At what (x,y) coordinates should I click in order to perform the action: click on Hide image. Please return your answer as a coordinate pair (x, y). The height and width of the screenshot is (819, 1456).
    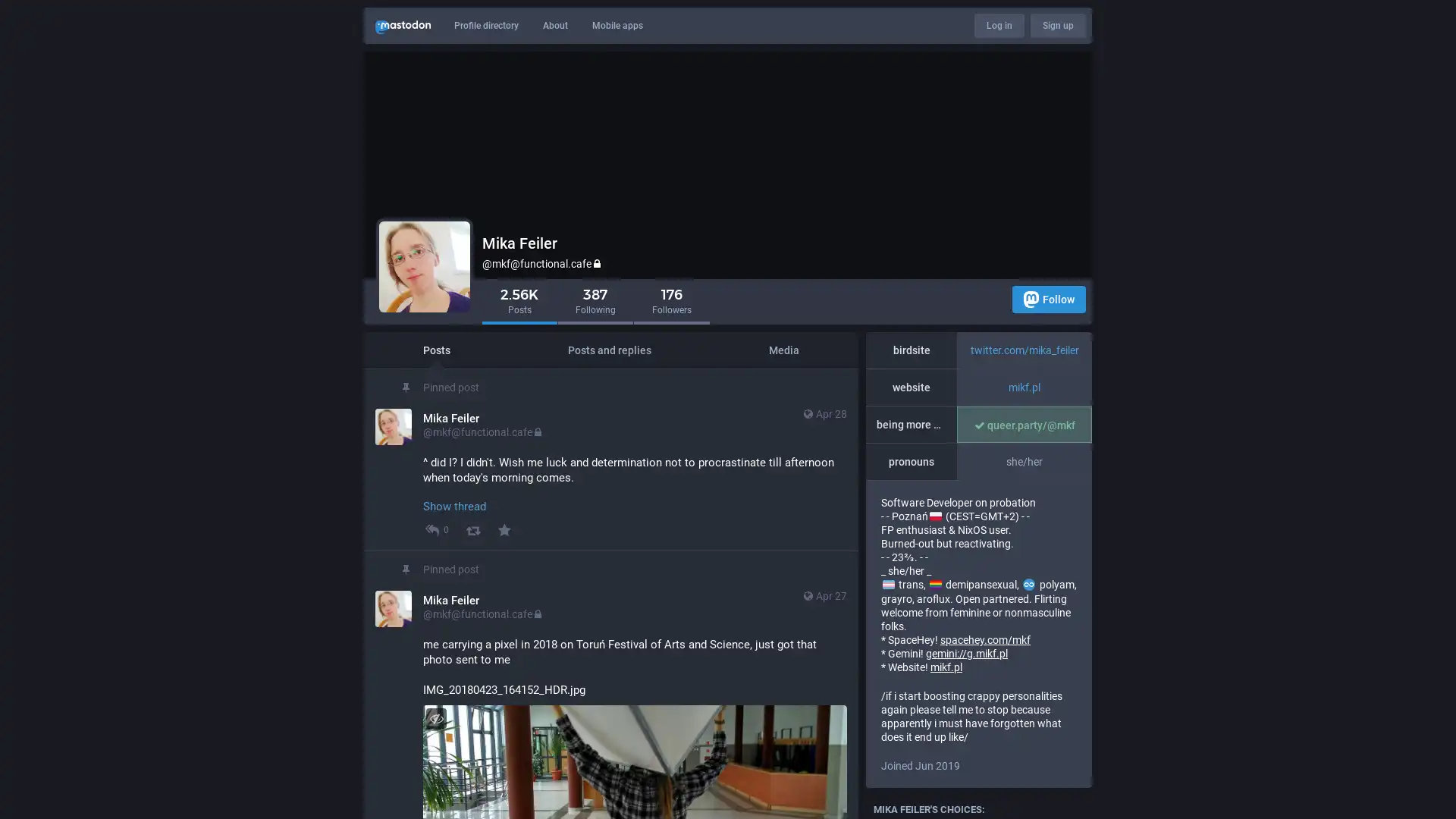
    Looking at the image, I should click on (435, 717).